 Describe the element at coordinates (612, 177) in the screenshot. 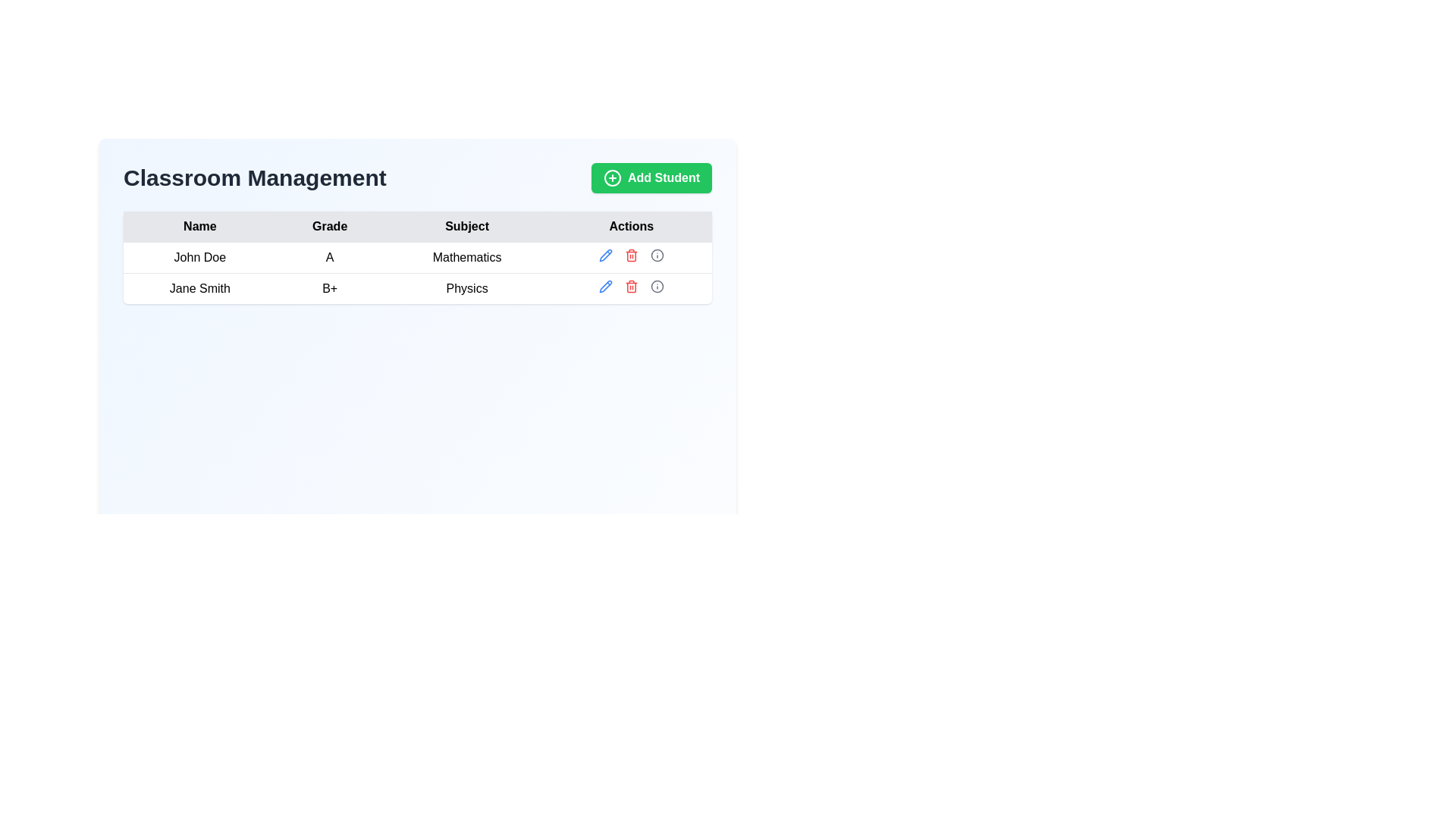

I see `the circular outline representing the addition icon within the 'Add Student' button, located at the top-right section of the interface` at that location.